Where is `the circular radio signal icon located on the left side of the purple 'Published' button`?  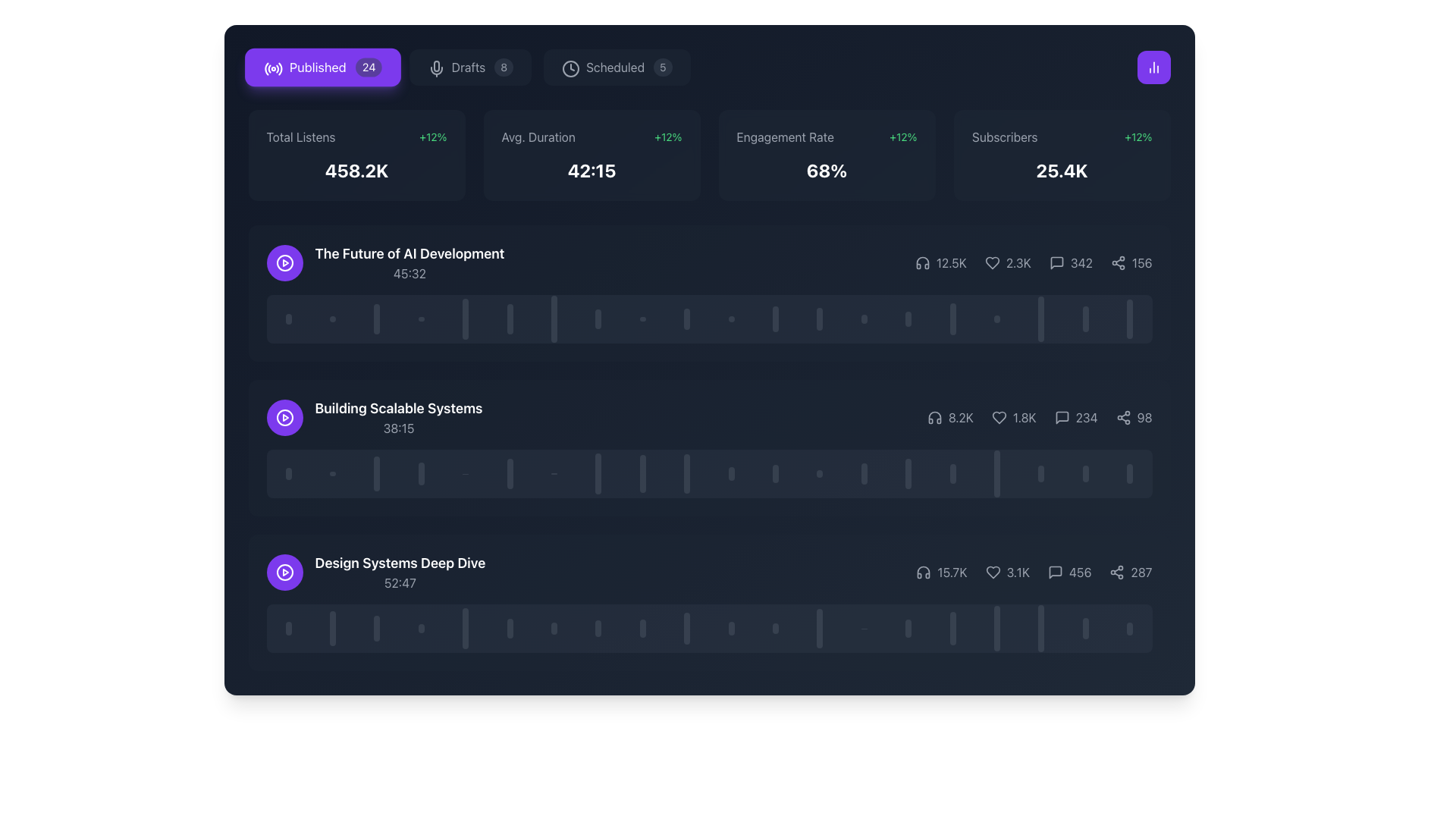 the circular radio signal icon located on the left side of the purple 'Published' button is located at coordinates (271, 66).